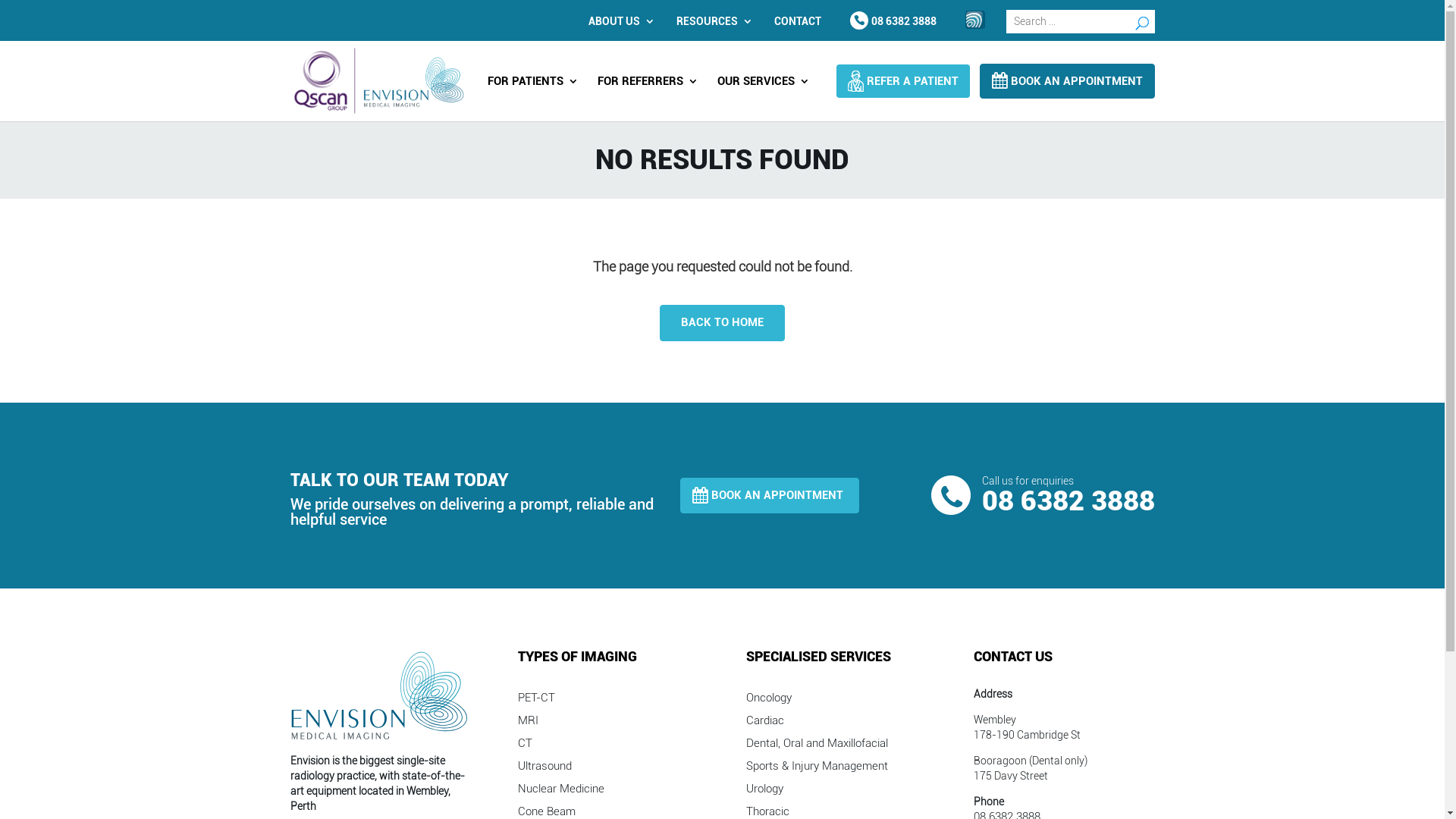 The image size is (1456, 819). Describe the element at coordinates (796, 20) in the screenshot. I see `'CONTACT'` at that location.